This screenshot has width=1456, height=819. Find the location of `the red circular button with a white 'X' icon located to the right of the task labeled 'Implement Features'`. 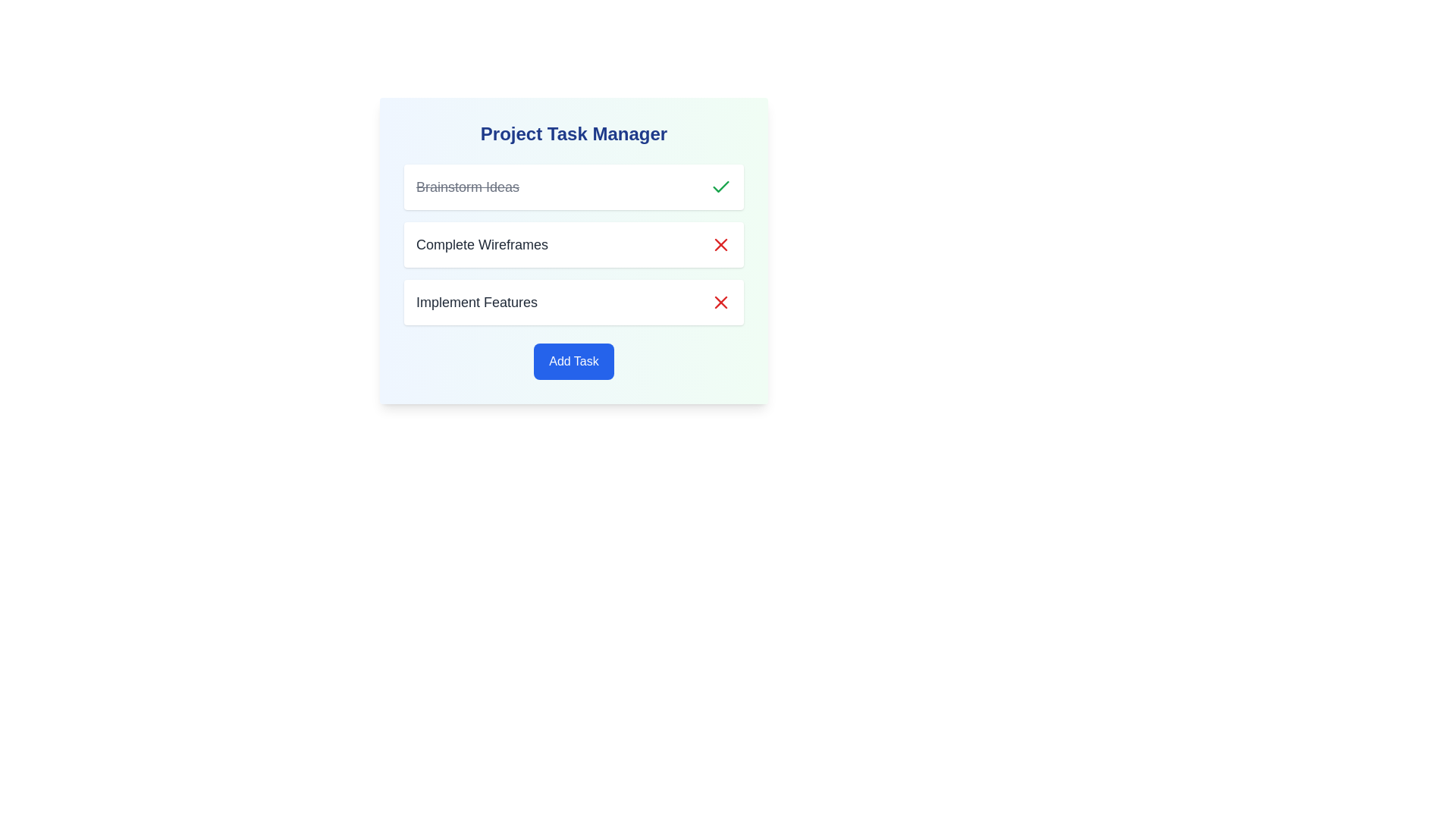

the red circular button with a white 'X' icon located to the right of the task labeled 'Implement Features' is located at coordinates (720, 302).